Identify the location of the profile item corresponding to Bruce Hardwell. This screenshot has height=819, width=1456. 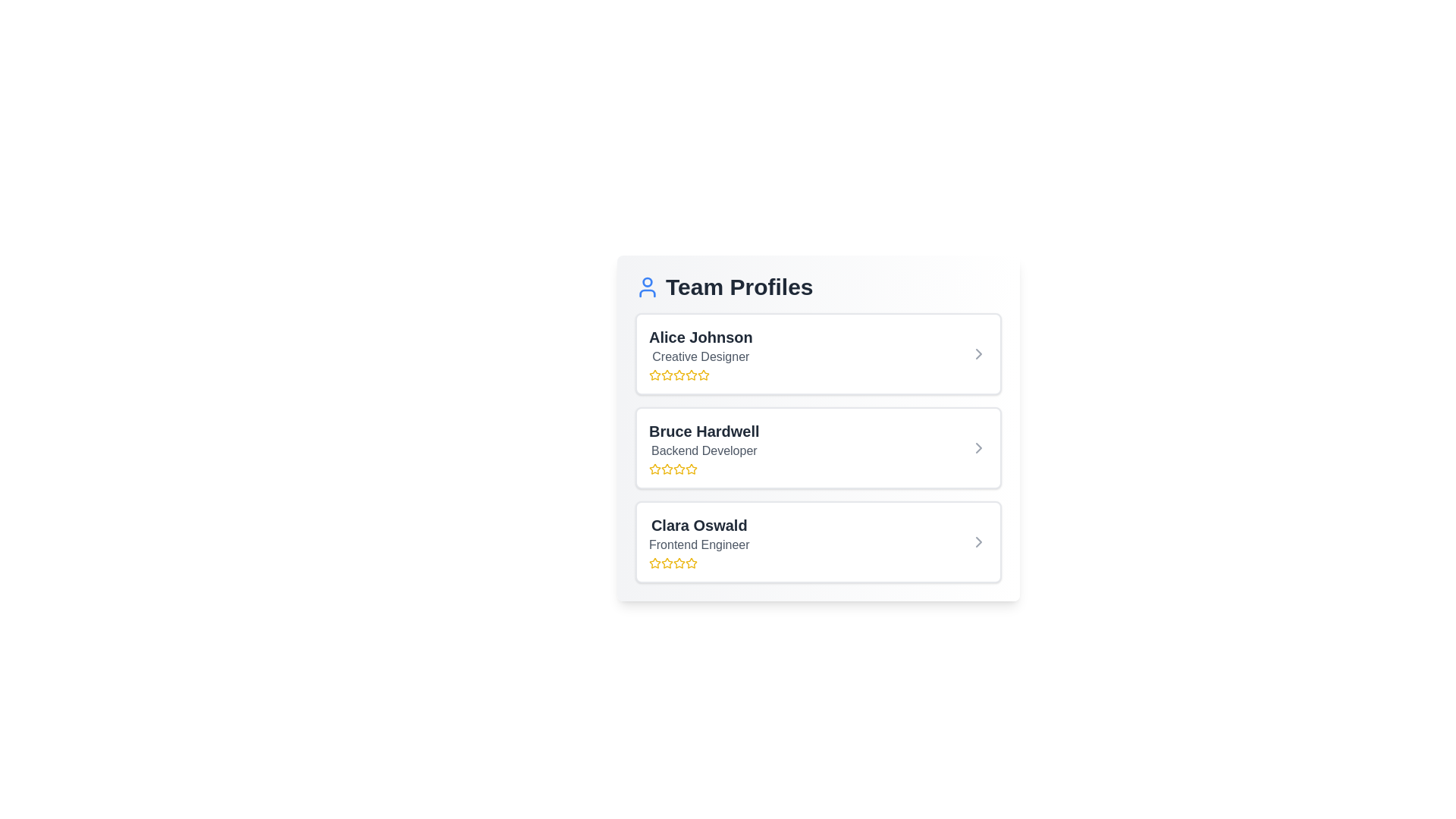
(817, 447).